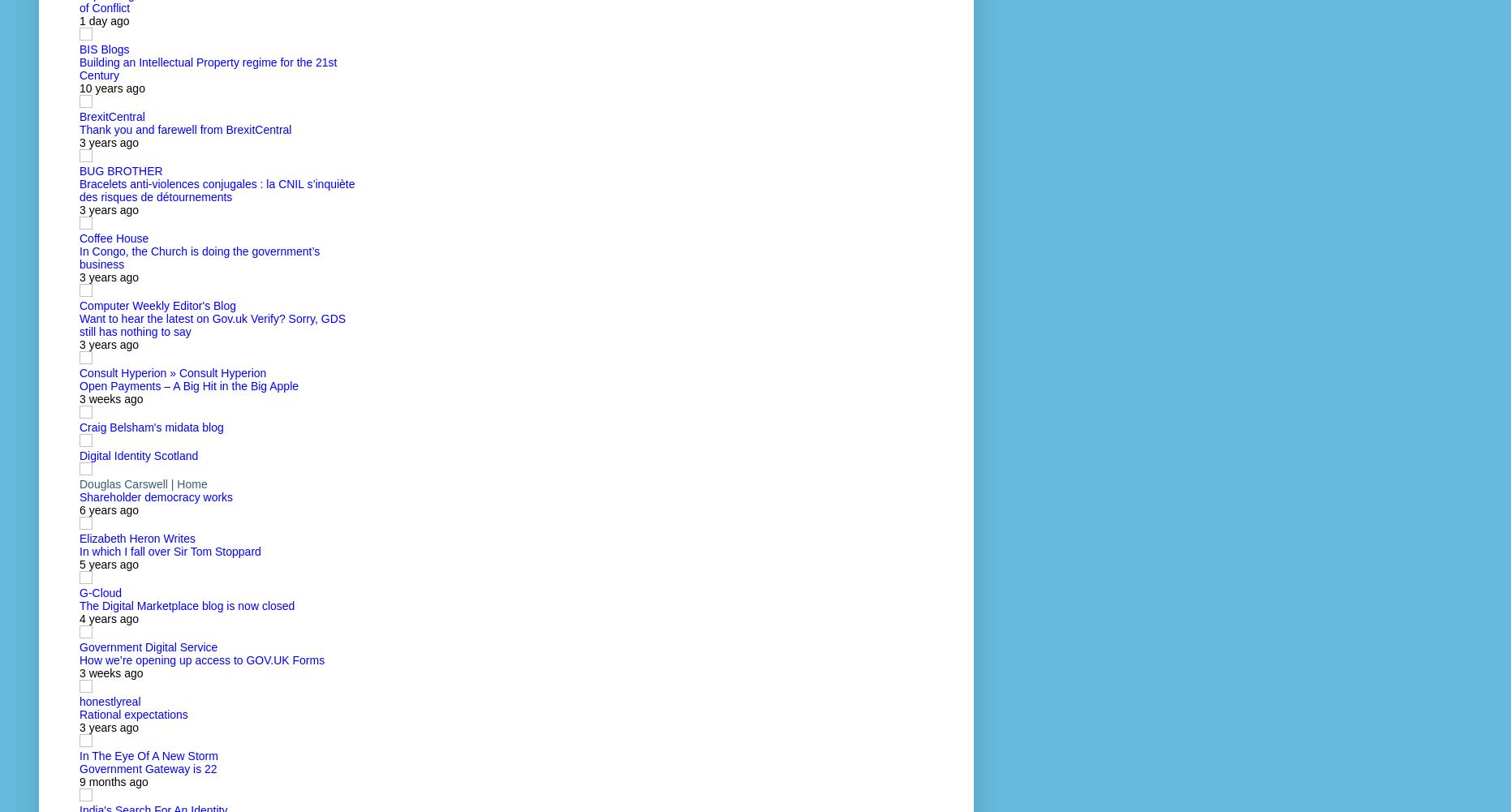  Describe the element at coordinates (79, 49) in the screenshot. I see `'BIS Blogs'` at that location.